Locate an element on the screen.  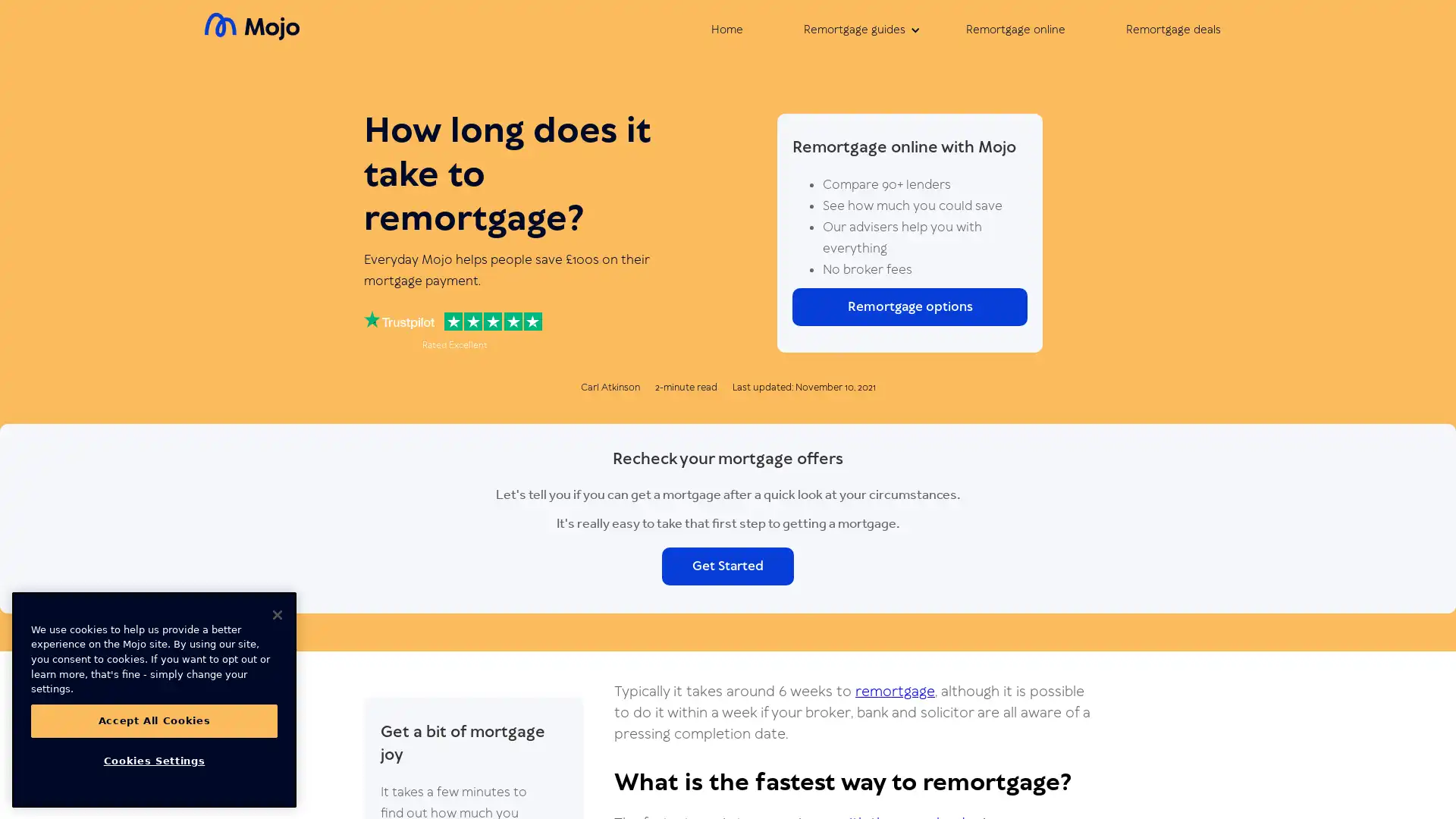
Cookies Settings is located at coordinates (154, 760).